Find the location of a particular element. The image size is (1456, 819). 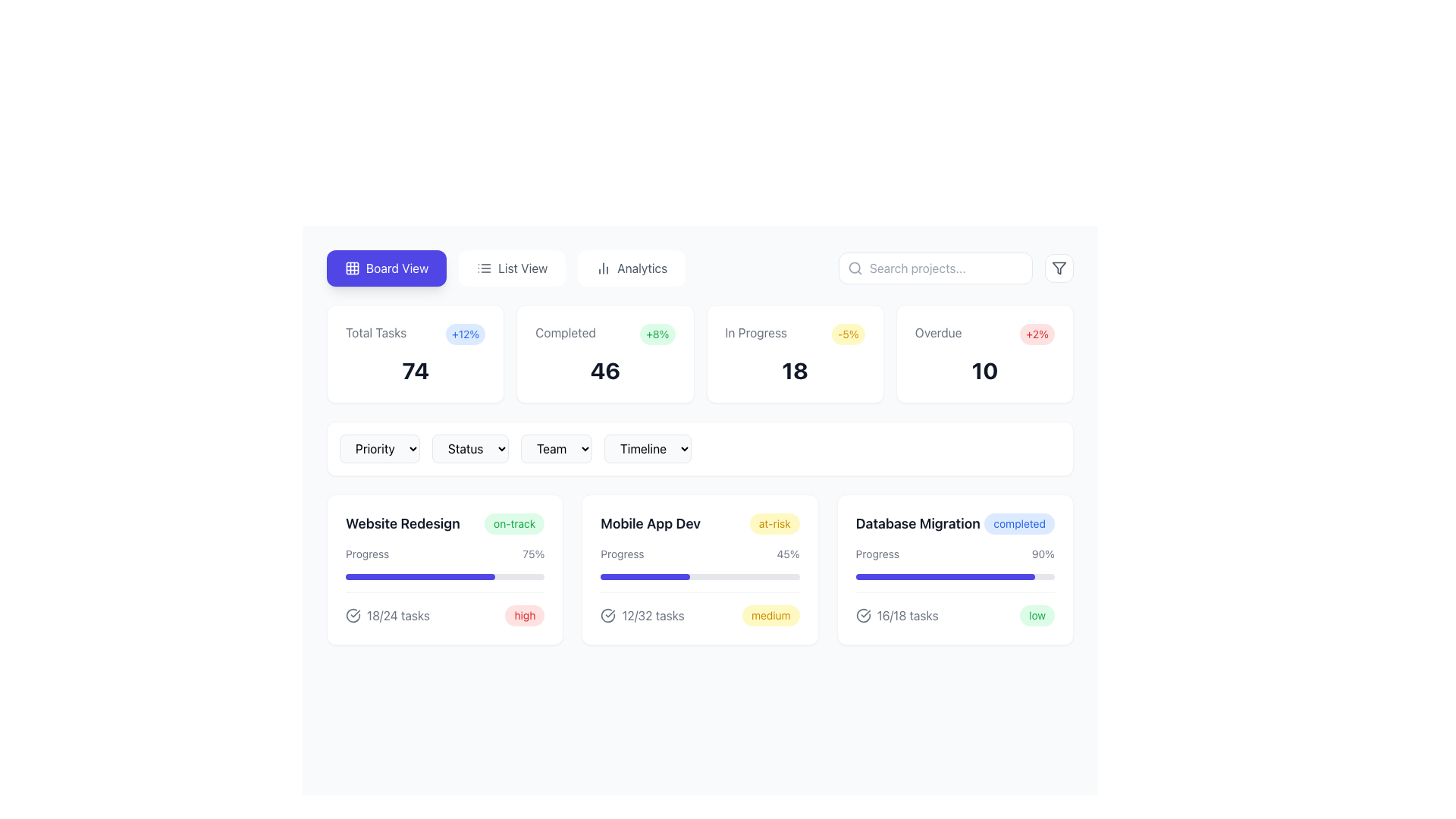

the small, gray, funnel-shaped icon representing a filter in the top right corner of the interface is located at coordinates (1058, 268).